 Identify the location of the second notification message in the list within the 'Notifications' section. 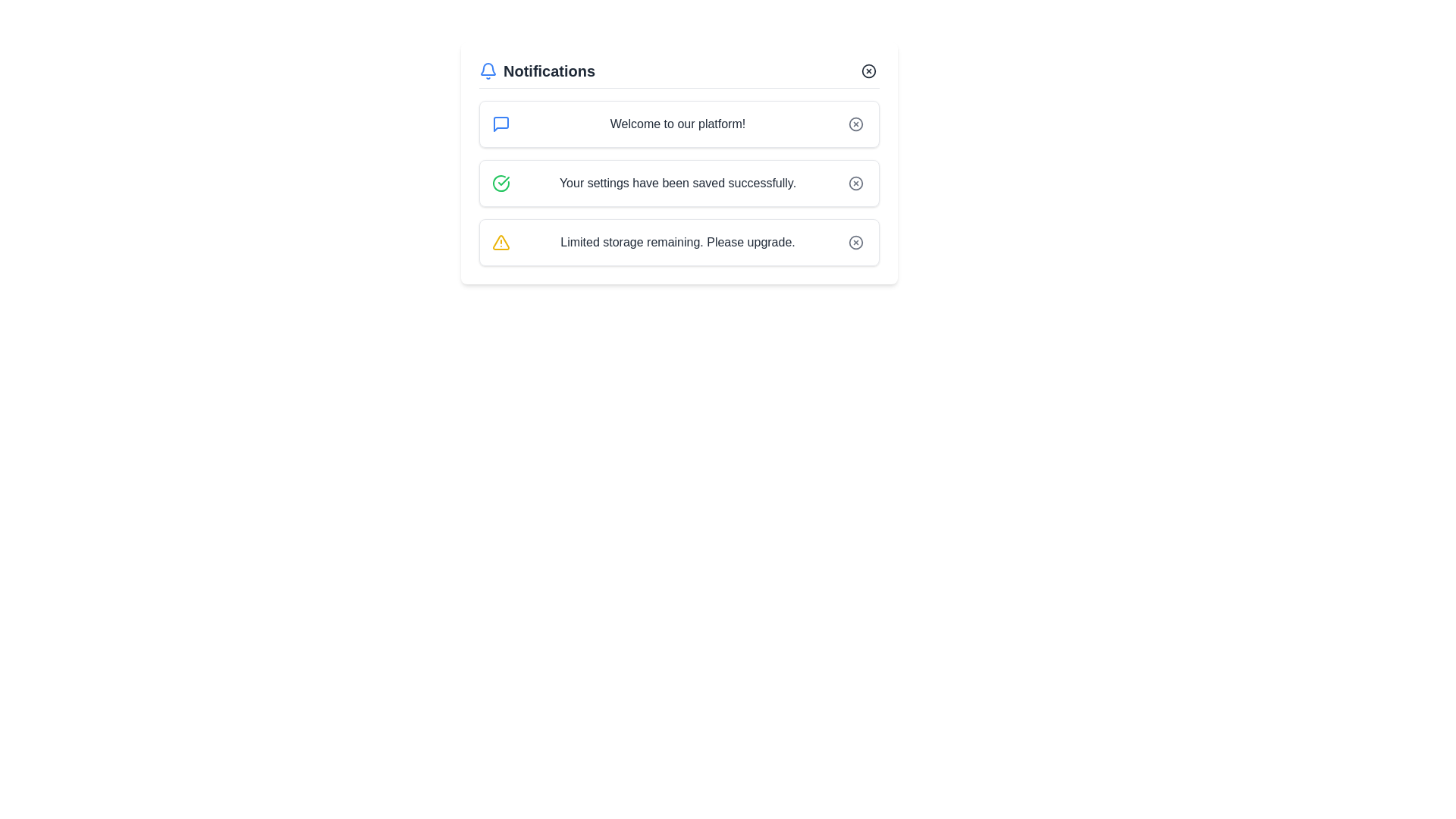
(679, 183).